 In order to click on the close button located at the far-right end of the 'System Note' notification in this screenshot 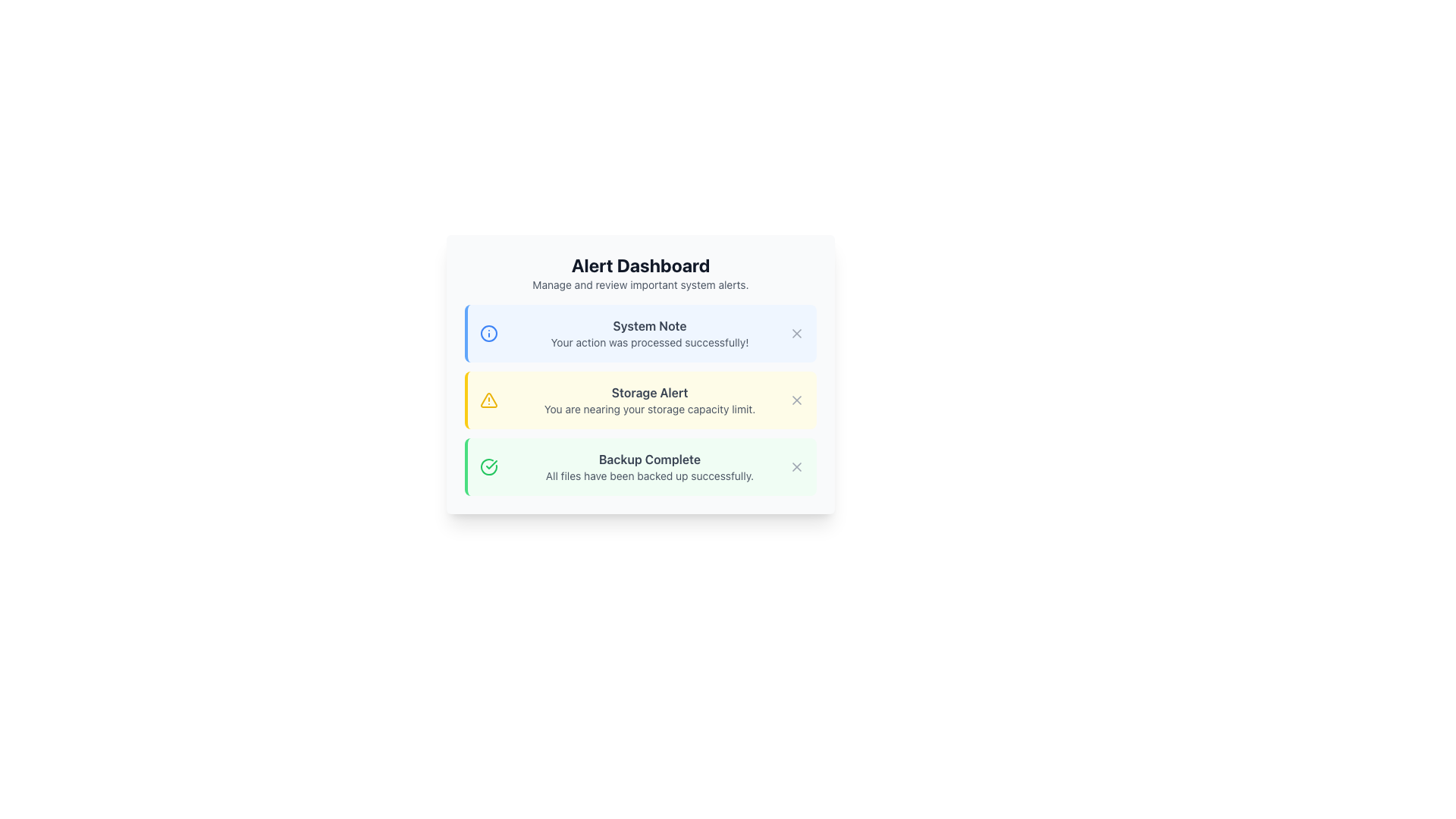, I will do `click(796, 332)`.